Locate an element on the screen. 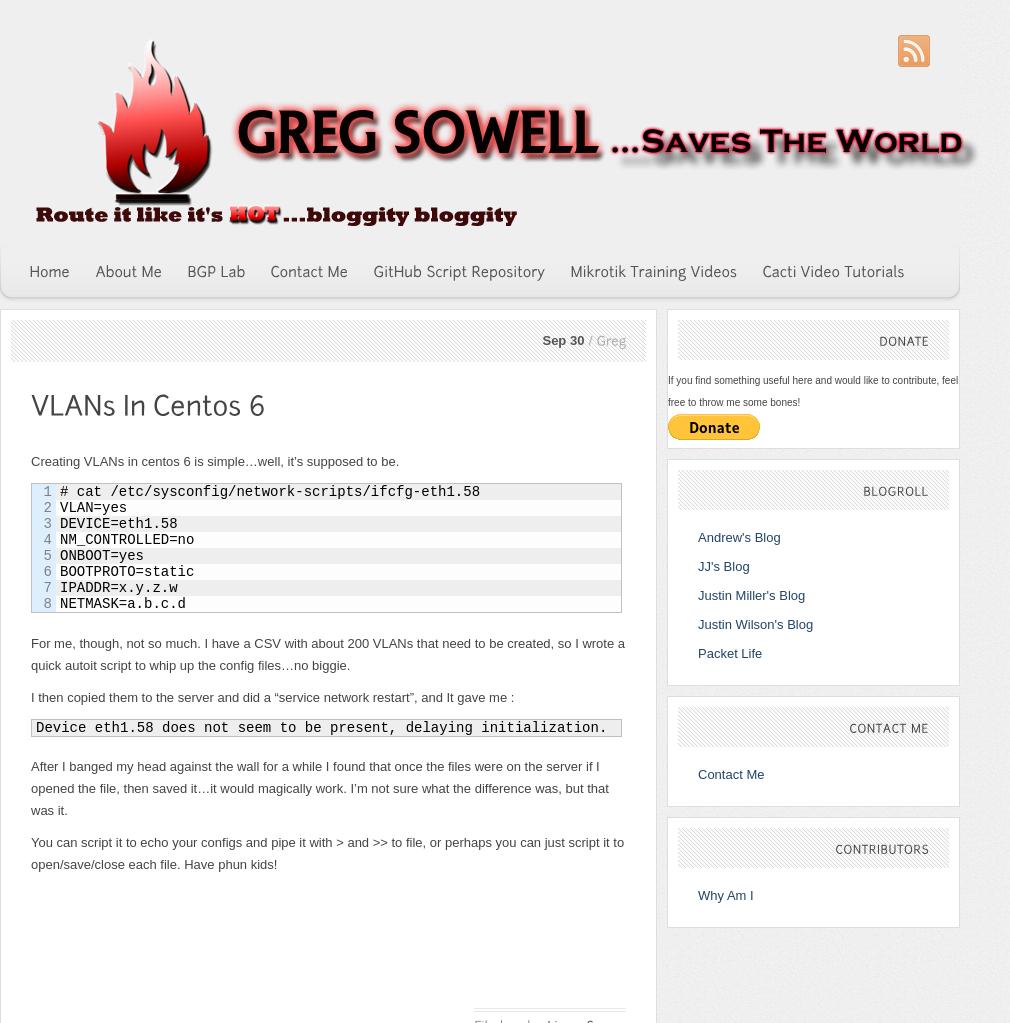 The image size is (1010, 1023). 'If you find something useful here and would like to contribute, feel free to throw me some bones!' is located at coordinates (813, 390).